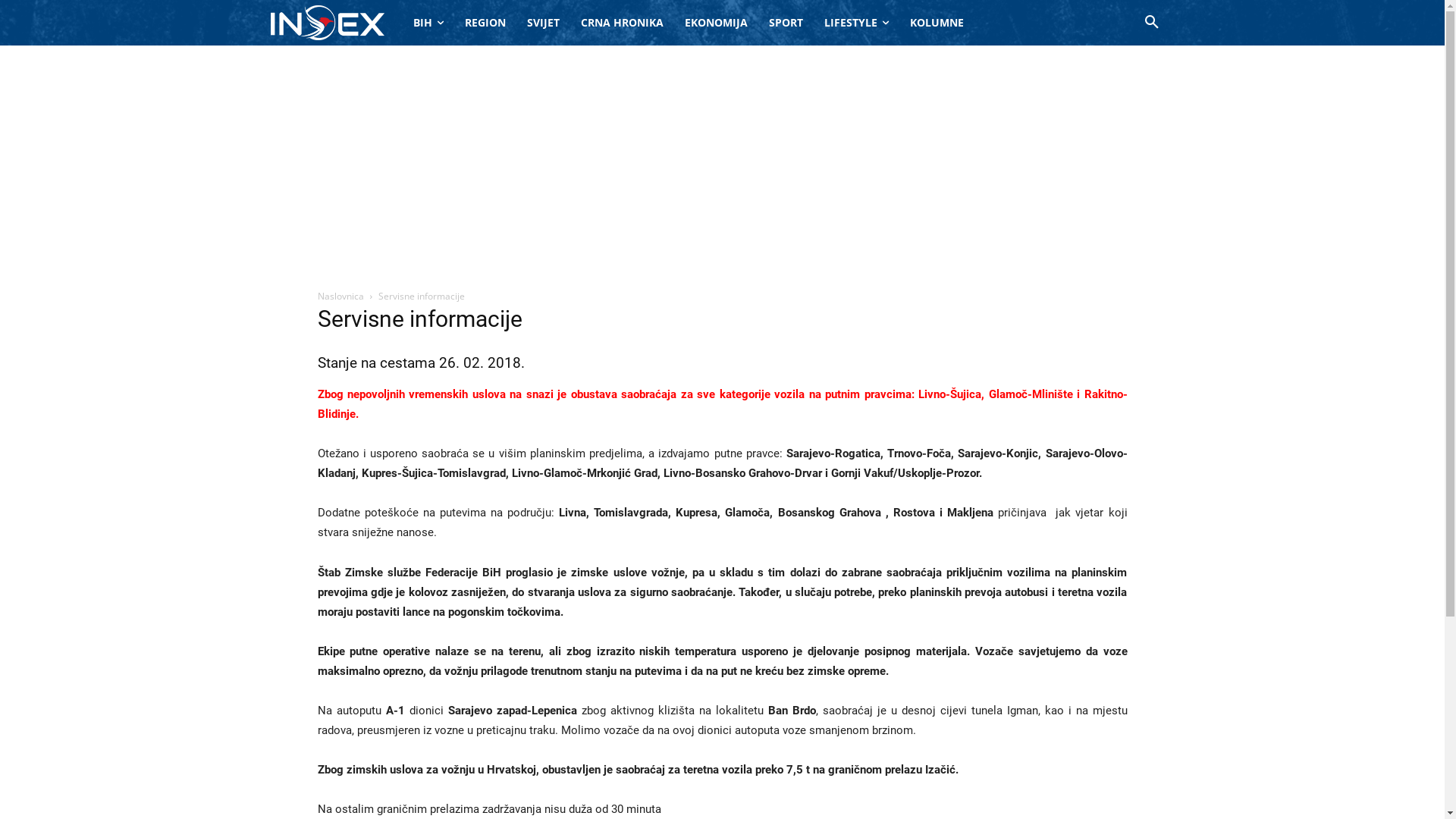 The image size is (1456, 819). What do you see at coordinates (720, 158) in the screenshot?
I see `'Advertisement'` at bounding box center [720, 158].